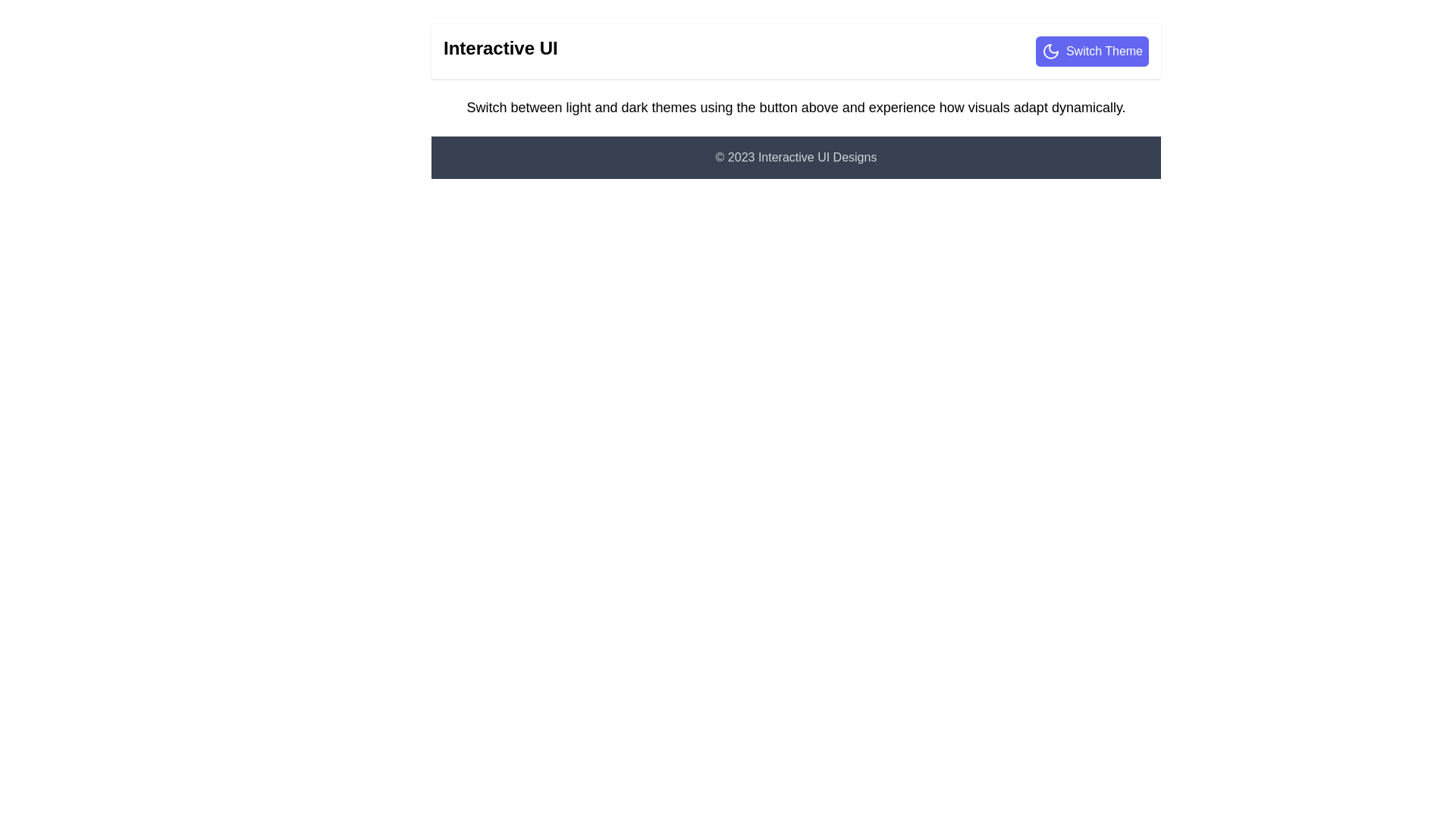 This screenshot has height=819, width=1456. What do you see at coordinates (1050, 51) in the screenshot?
I see `attributes of the Crescent Moon icon, which indicates nighttime mode and is located in the top bar towards the right side, next to the 'Switch Theme' button` at bounding box center [1050, 51].